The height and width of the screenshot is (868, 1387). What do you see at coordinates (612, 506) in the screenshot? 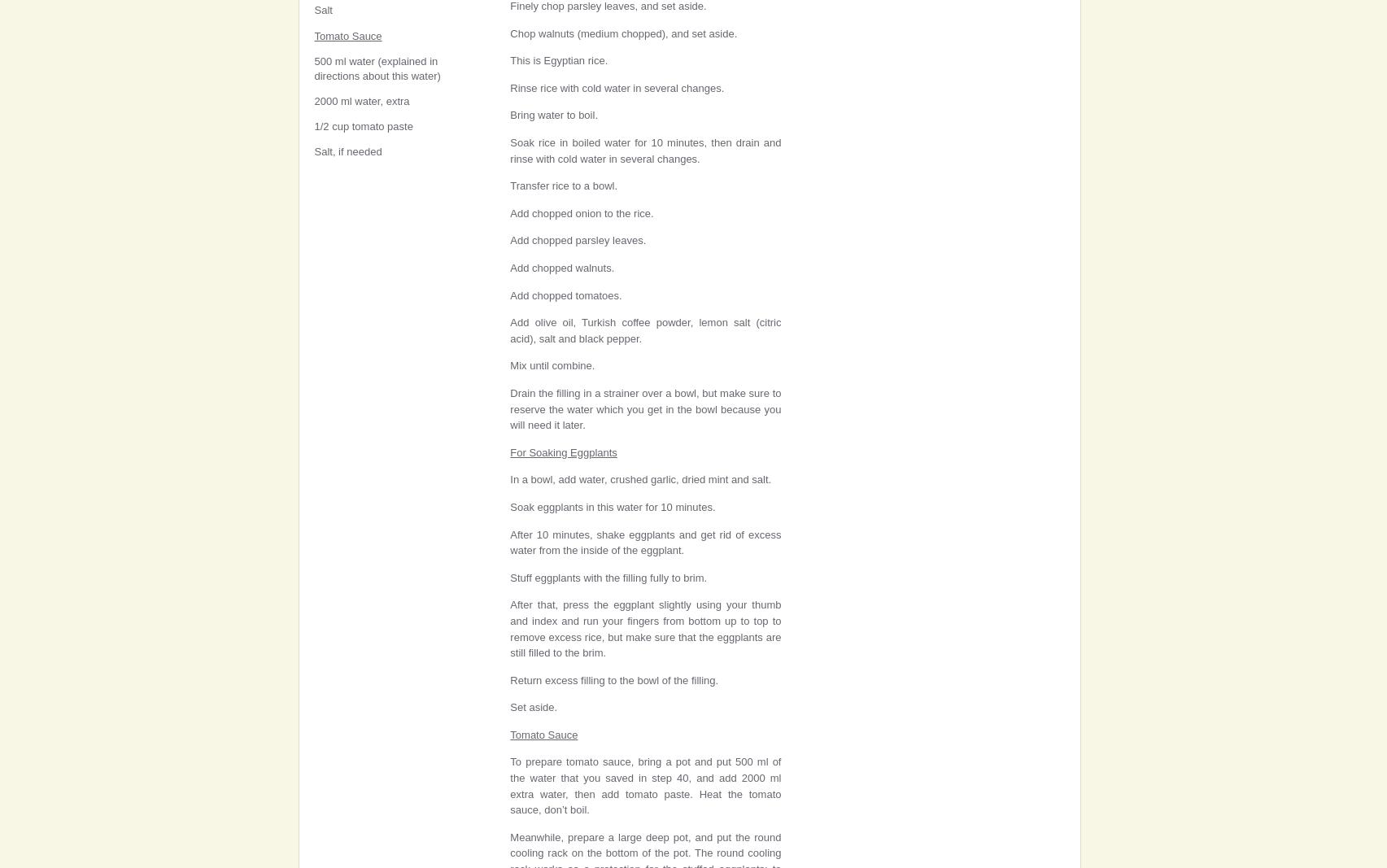
I see `'Soak eggplants in this water for 10 minutes.'` at bounding box center [612, 506].